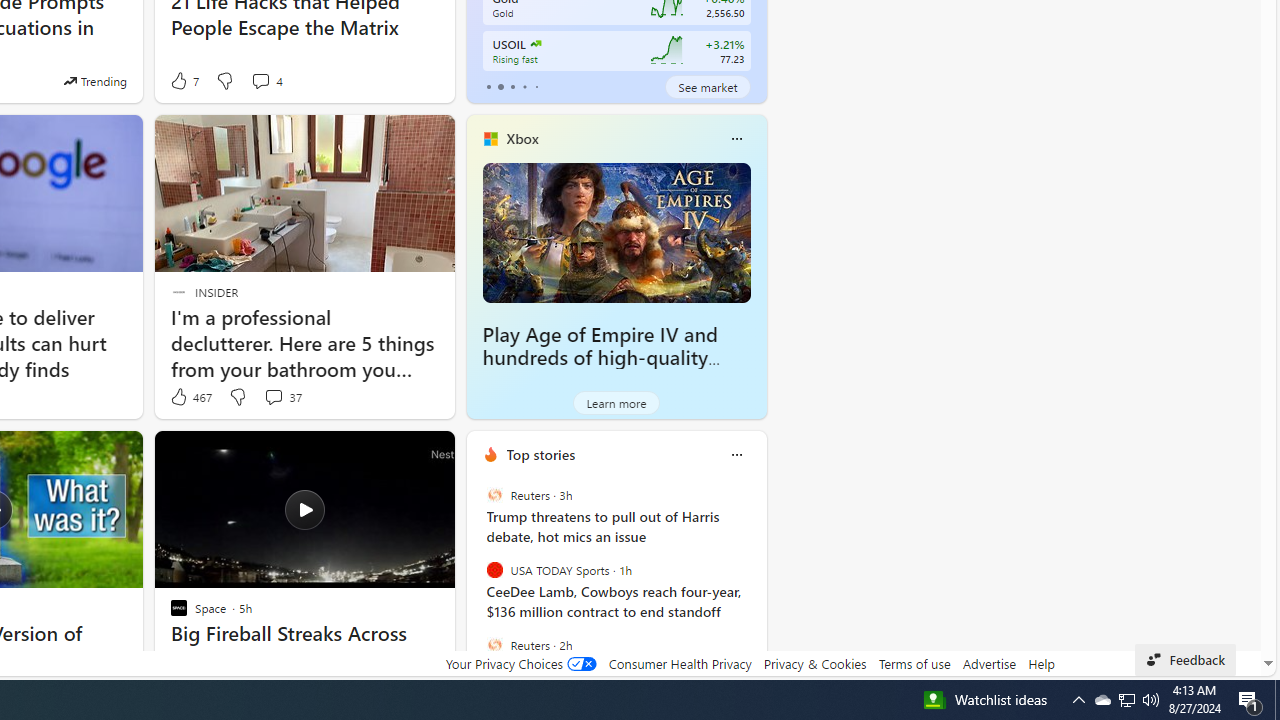 The height and width of the screenshot is (720, 1280). Describe the element at coordinates (183, 80) in the screenshot. I see `'7 Like'` at that location.